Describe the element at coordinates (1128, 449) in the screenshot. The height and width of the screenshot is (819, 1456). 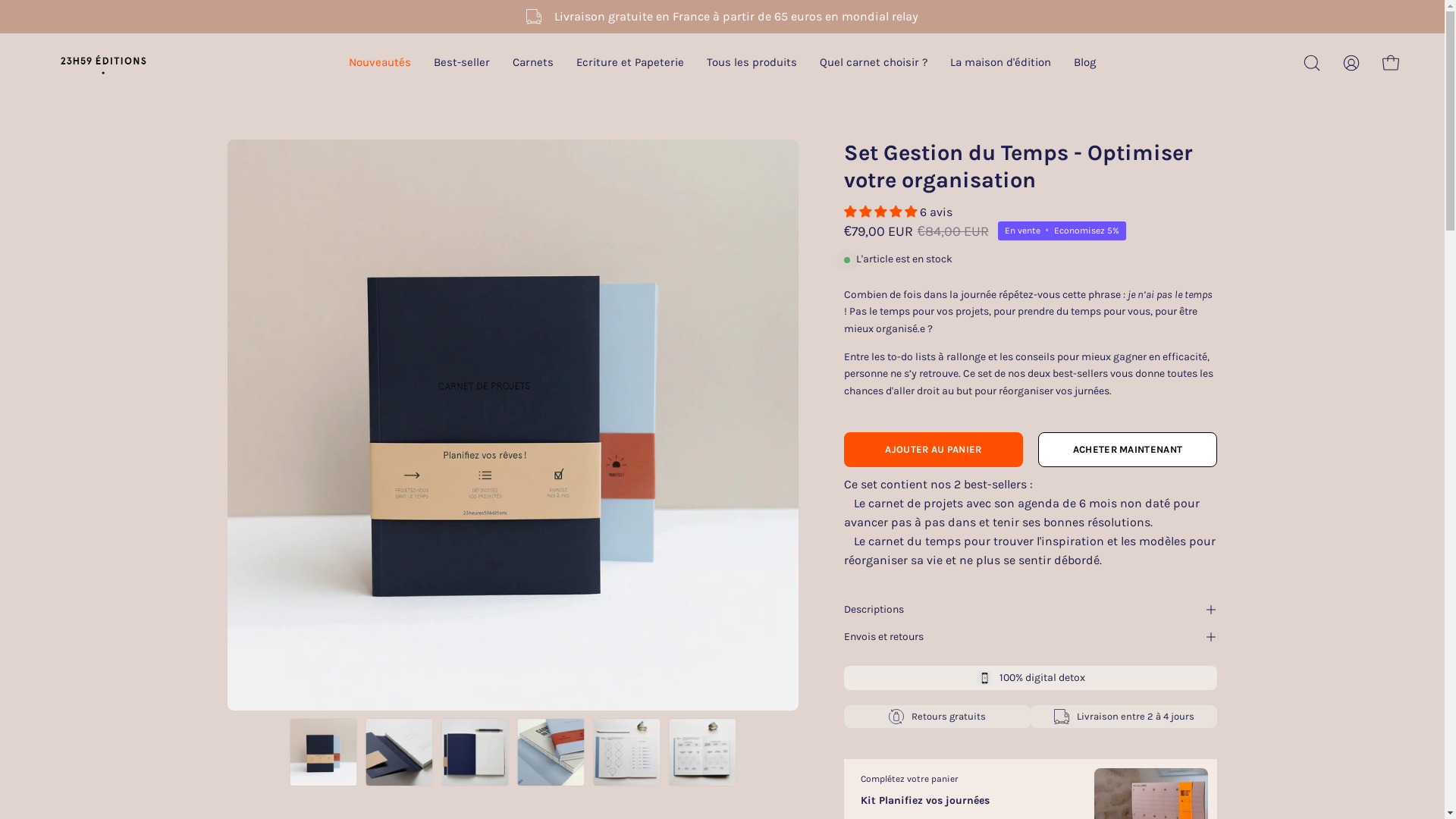
I see `'ACHETER MAINTENANT'` at that location.